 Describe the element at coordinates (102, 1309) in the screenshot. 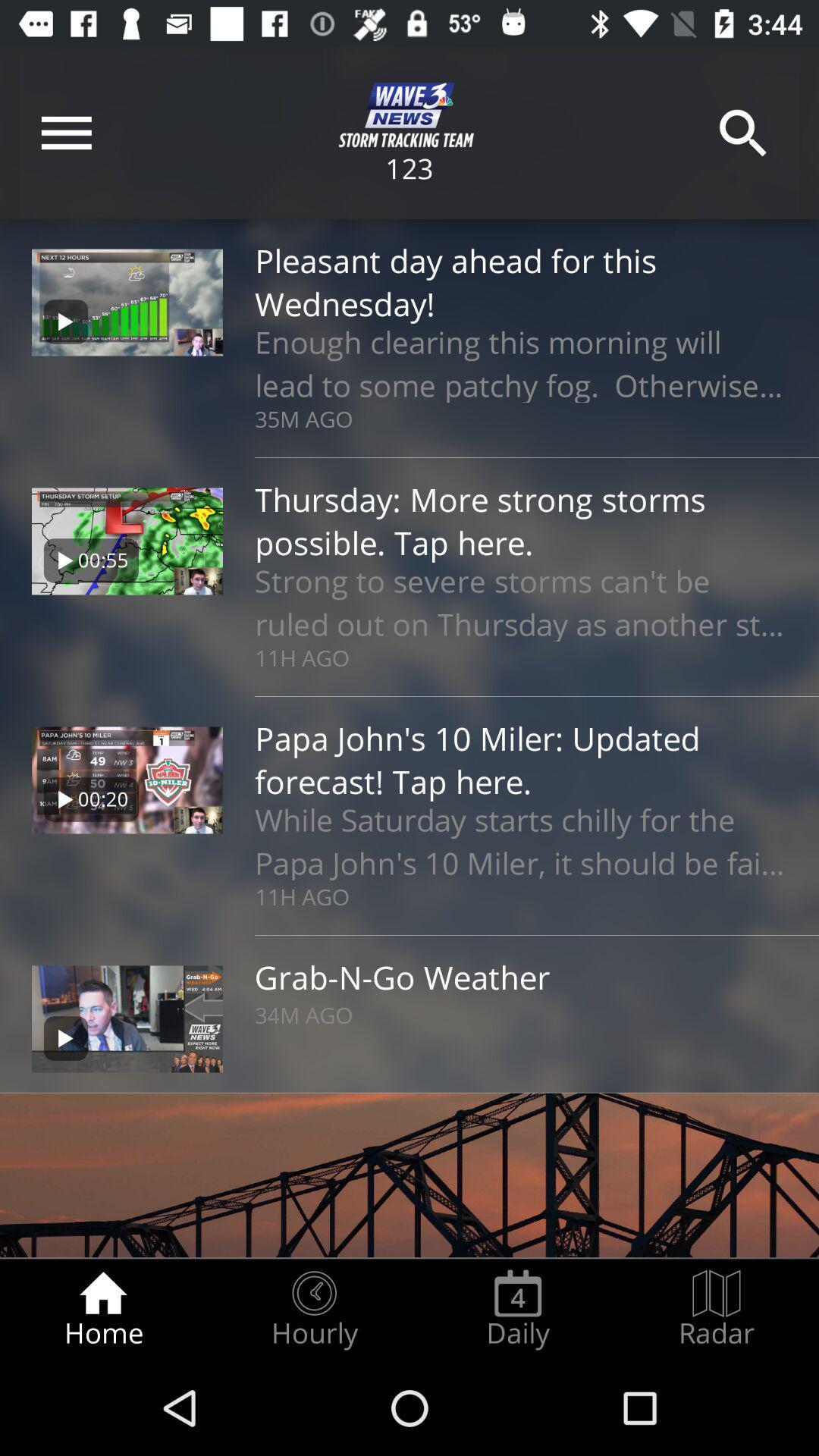

I see `the item next to the hourly` at that location.